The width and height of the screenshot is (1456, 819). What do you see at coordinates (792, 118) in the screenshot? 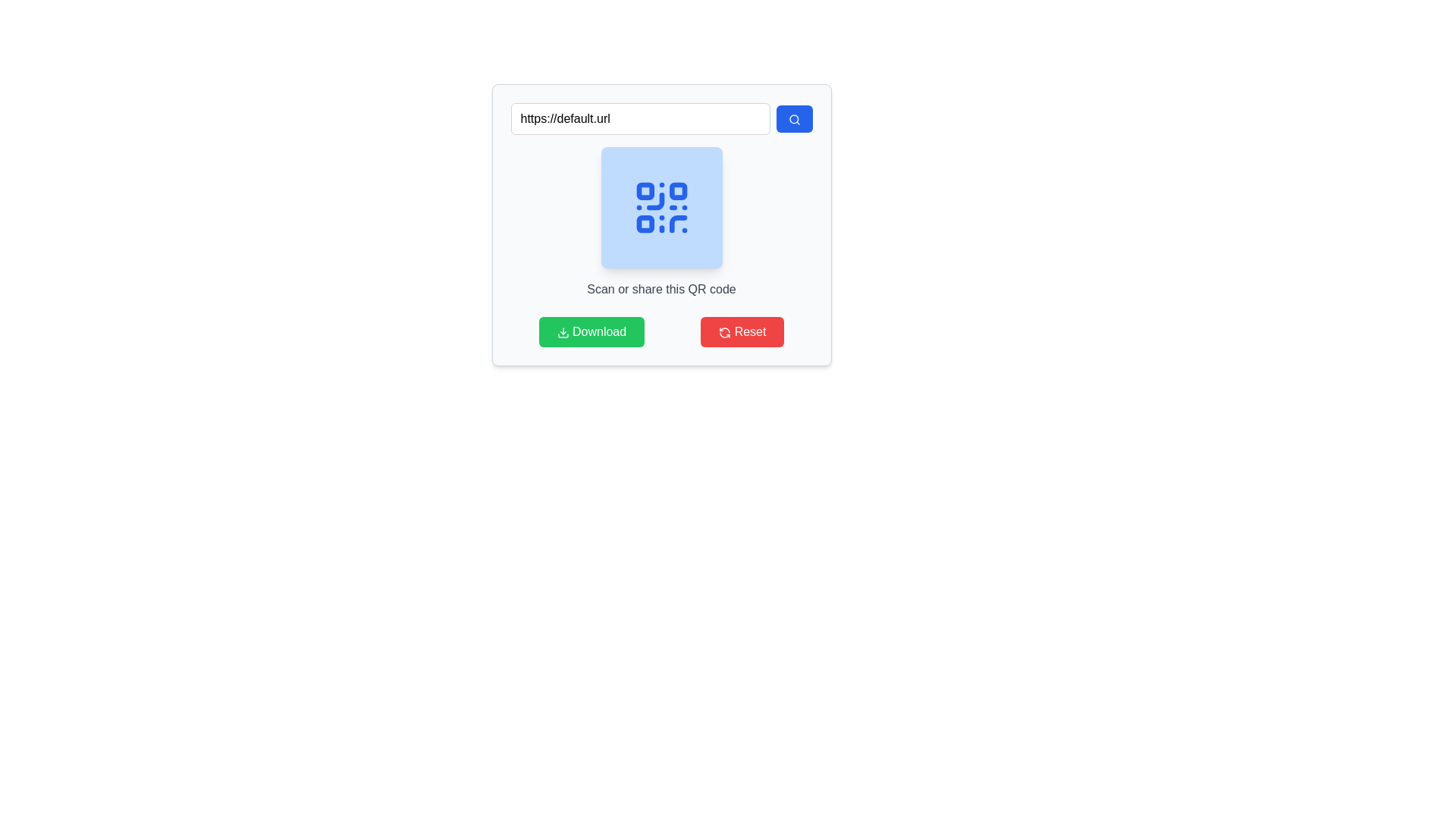
I see `the circular magnifying glass icon located in the top-right corner of the search icon, which is adjacent to a text input field` at bounding box center [792, 118].